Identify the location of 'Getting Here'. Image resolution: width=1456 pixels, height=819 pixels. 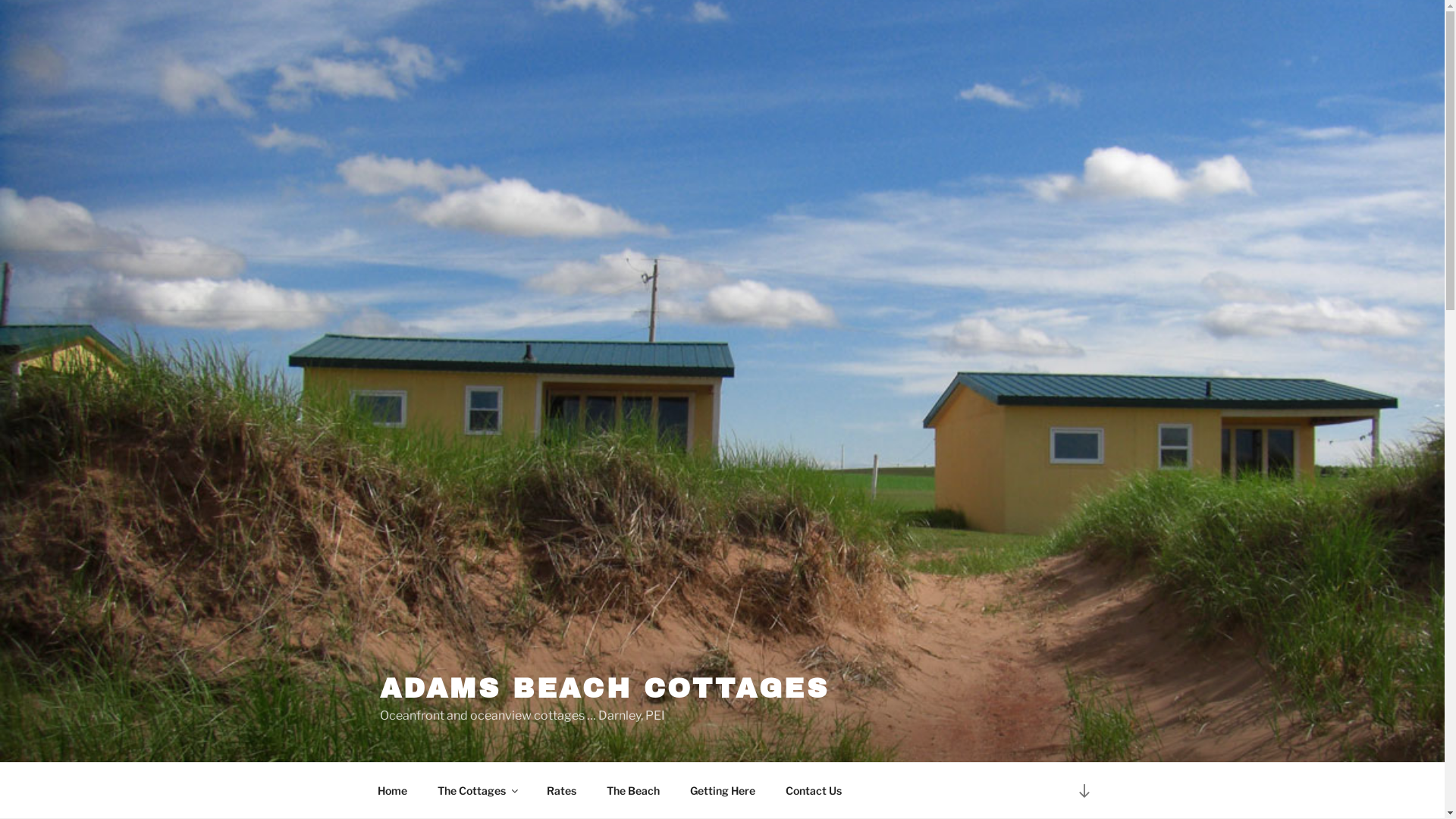
(721, 789).